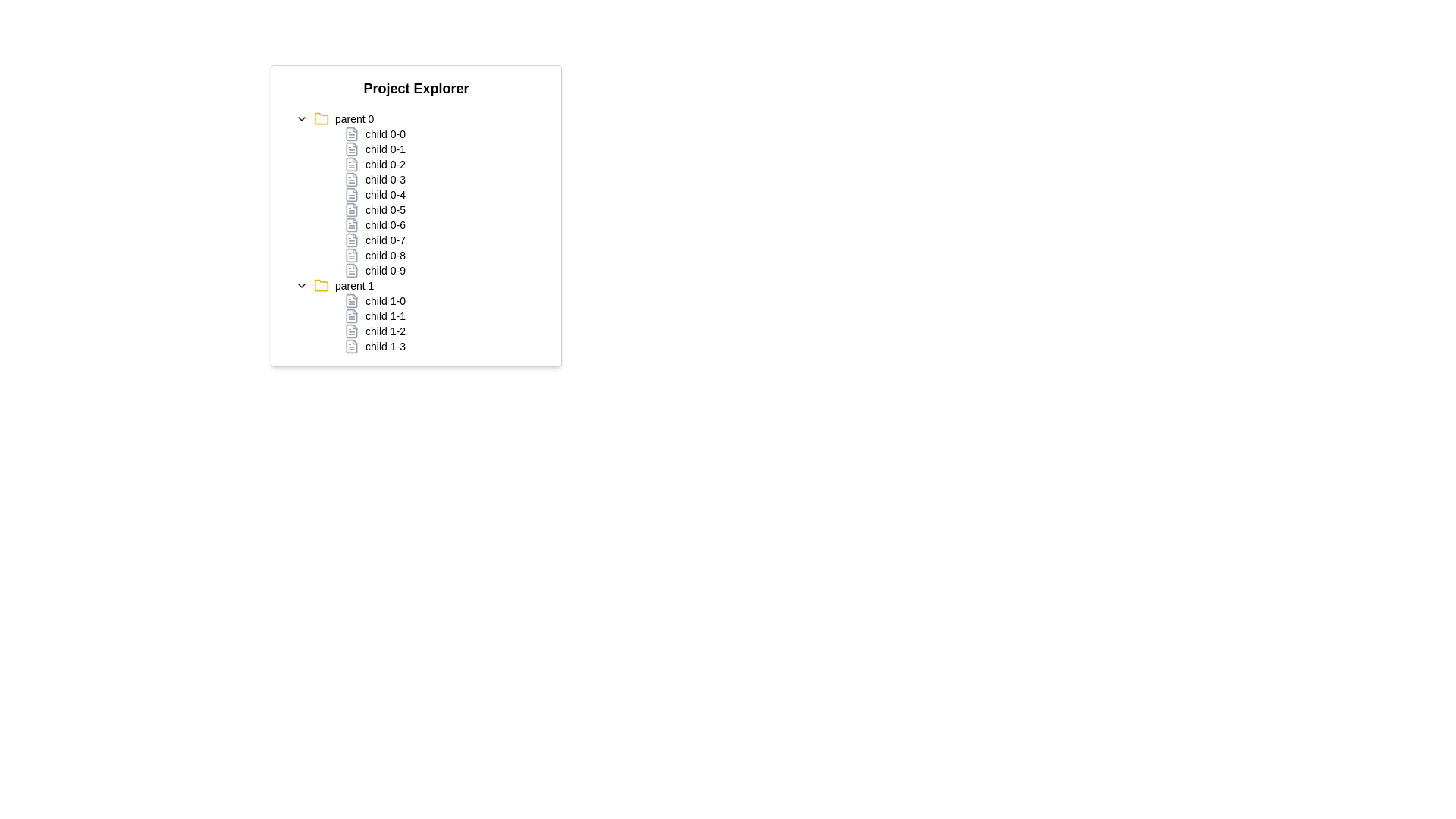 The width and height of the screenshot is (1456, 819). Describe the element at coordinates (351, 270) in the screenshot. I see `the file icon with sharp edges located` at that location.